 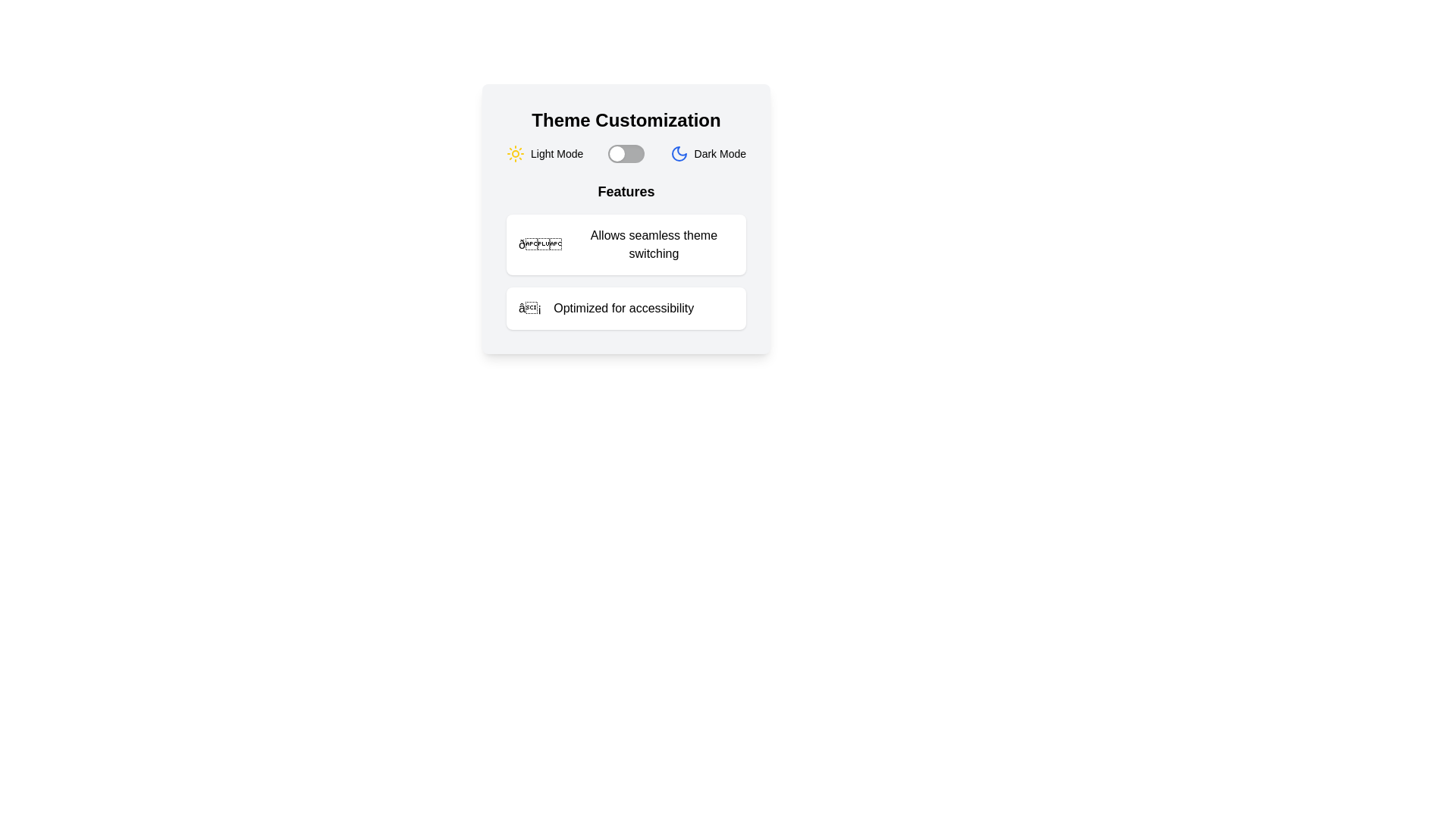 I want to click on the circular toggle indicator for the light/dark mode switch located towards the left side of the horizontal toggle bar in the 'Theme Customization' section, so click(x=617, y=154).